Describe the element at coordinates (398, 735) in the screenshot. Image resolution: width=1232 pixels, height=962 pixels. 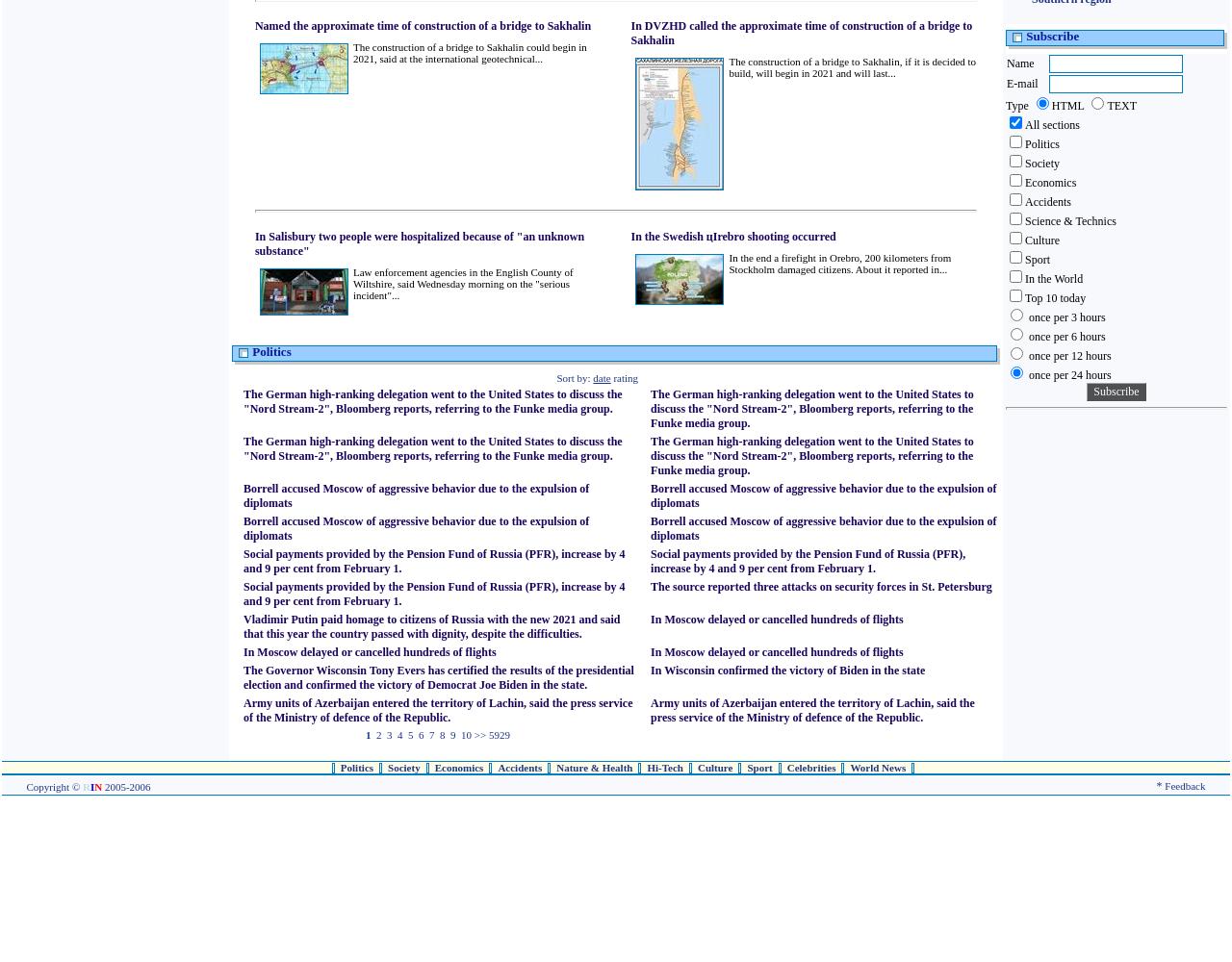
I see `'4'` at that location.